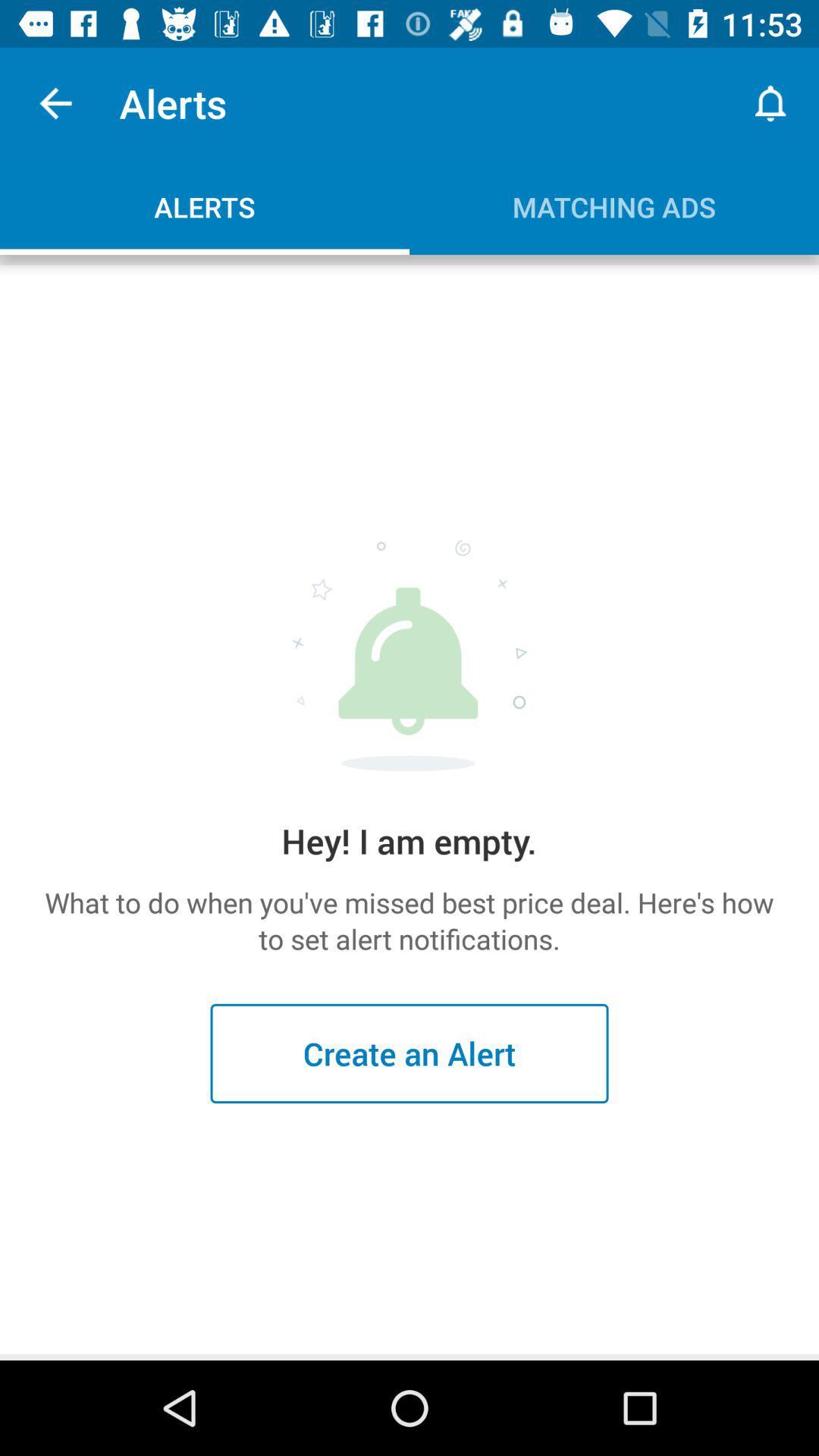  I want to click on the icon next to the alerts item, so click(55, 102).